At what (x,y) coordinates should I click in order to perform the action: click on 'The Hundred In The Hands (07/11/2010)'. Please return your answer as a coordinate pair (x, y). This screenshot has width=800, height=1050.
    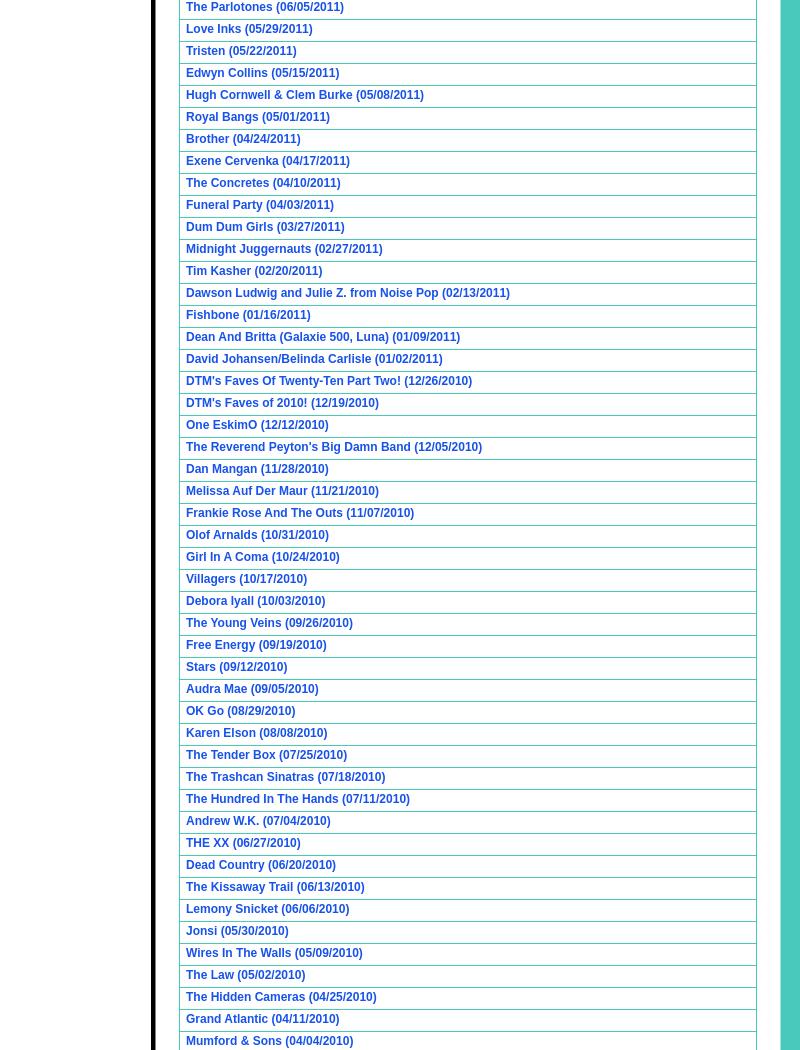
    Looking at the image, I should click on (298, 798).